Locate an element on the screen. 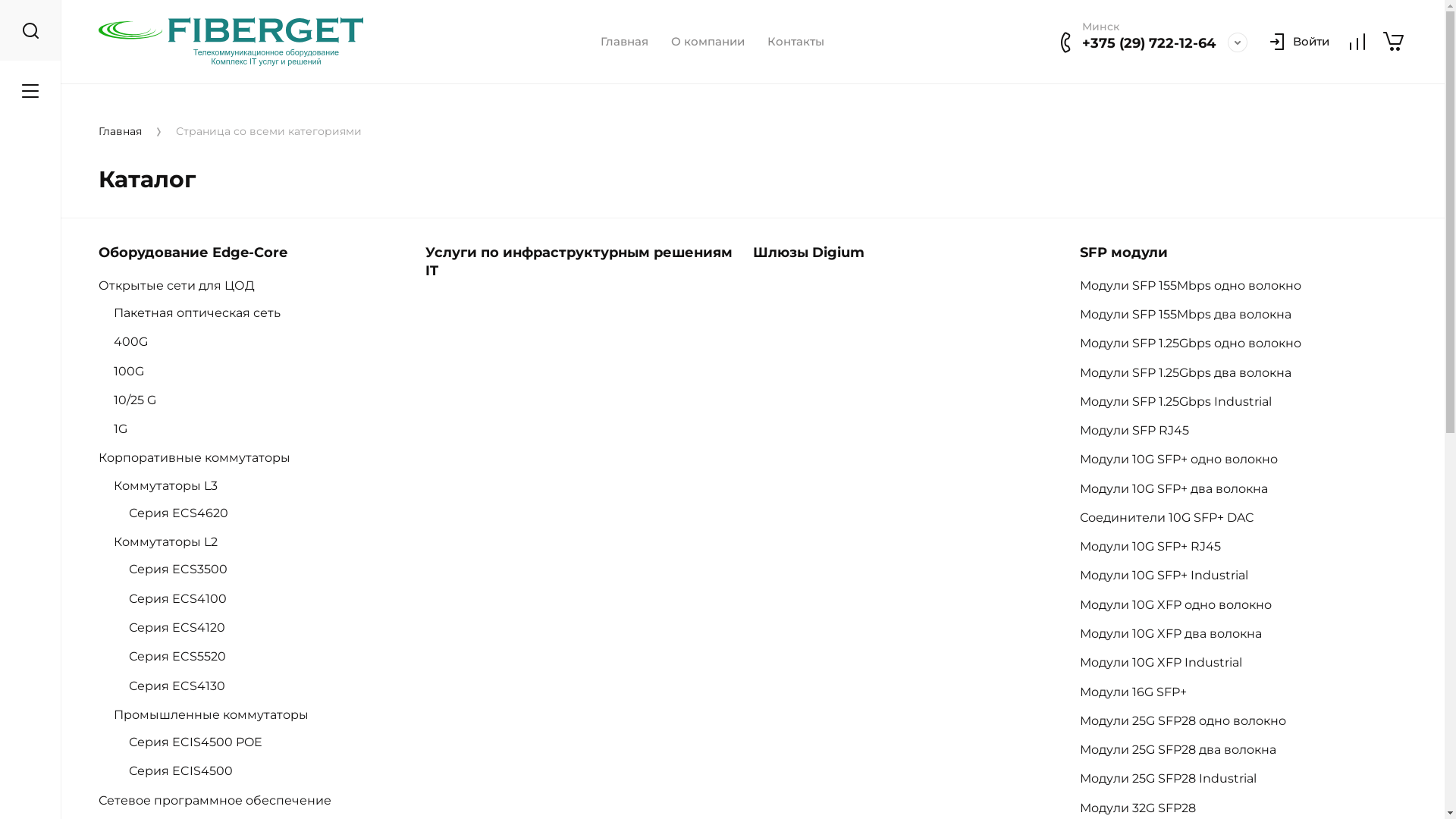  '400G' is located at coordinates (112, 341).